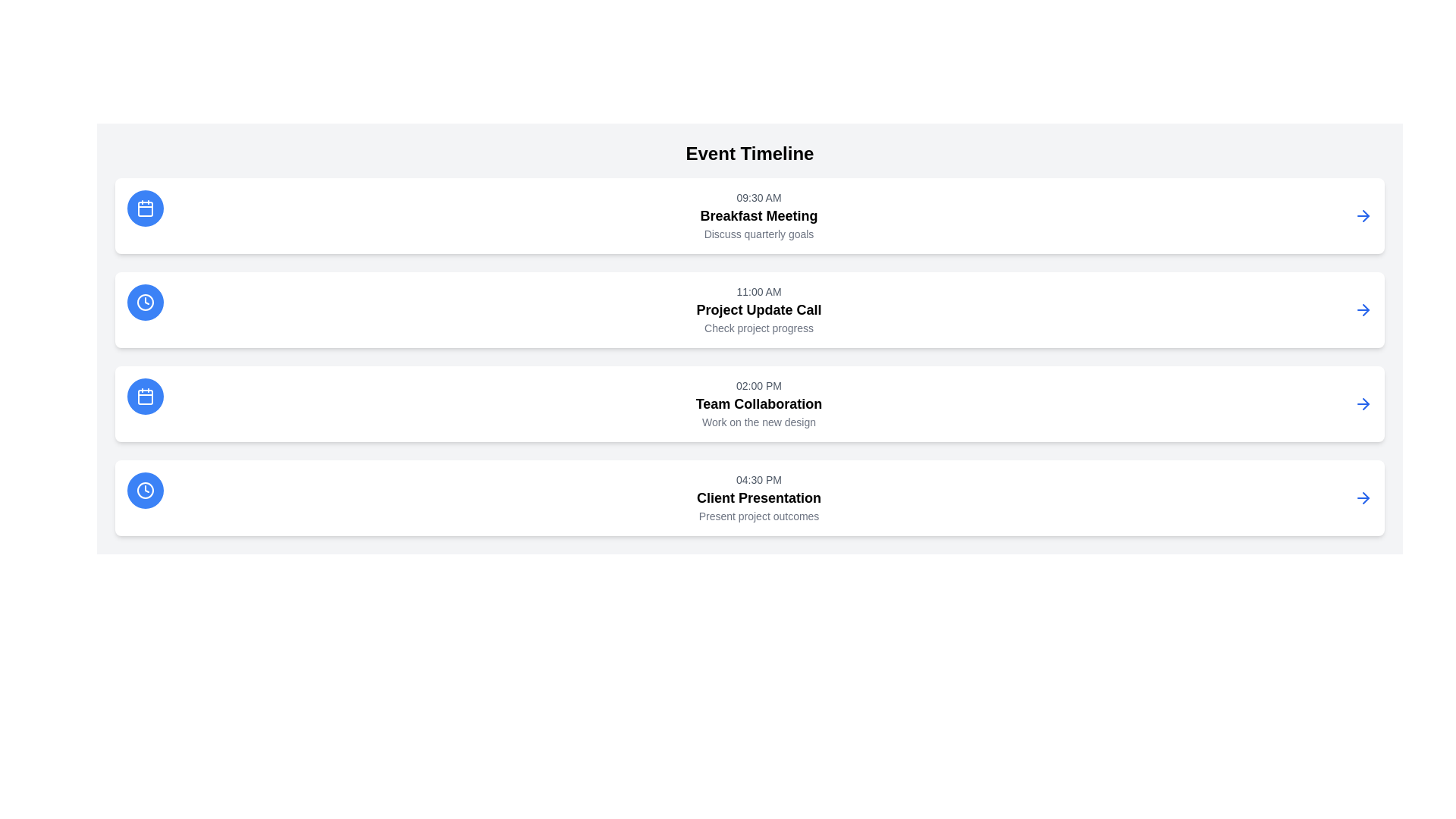 The image size is (1456, 819). I want to click on the blue right-pointing arrow icon styled button located at the far right within the third entry of the timeline, so click(1363, 403).